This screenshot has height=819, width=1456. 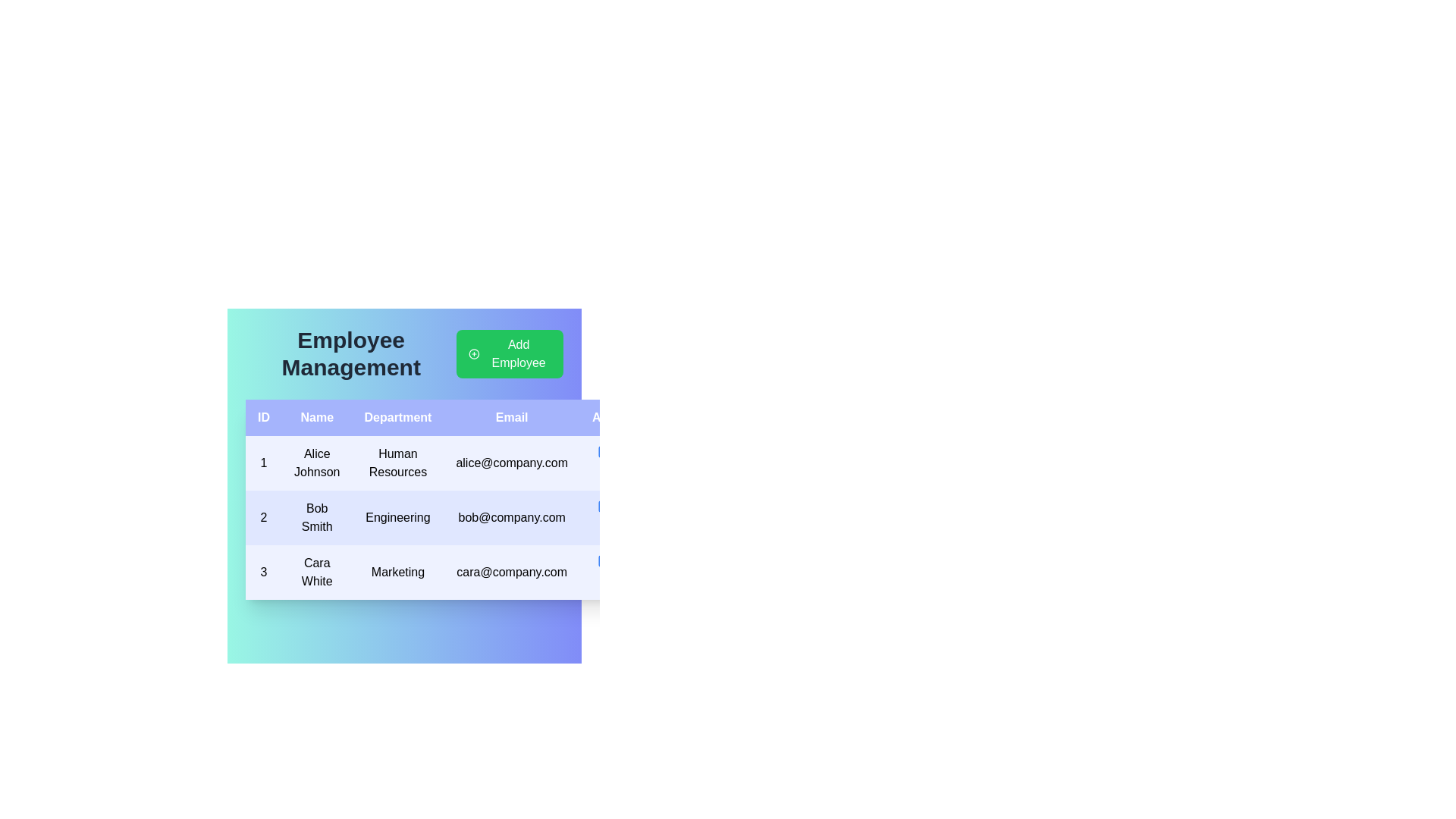 What do you see at coordinates (397, 418) in the screenshot?
I see `the 'Department' header in the table` at bounding box center [397, 418].